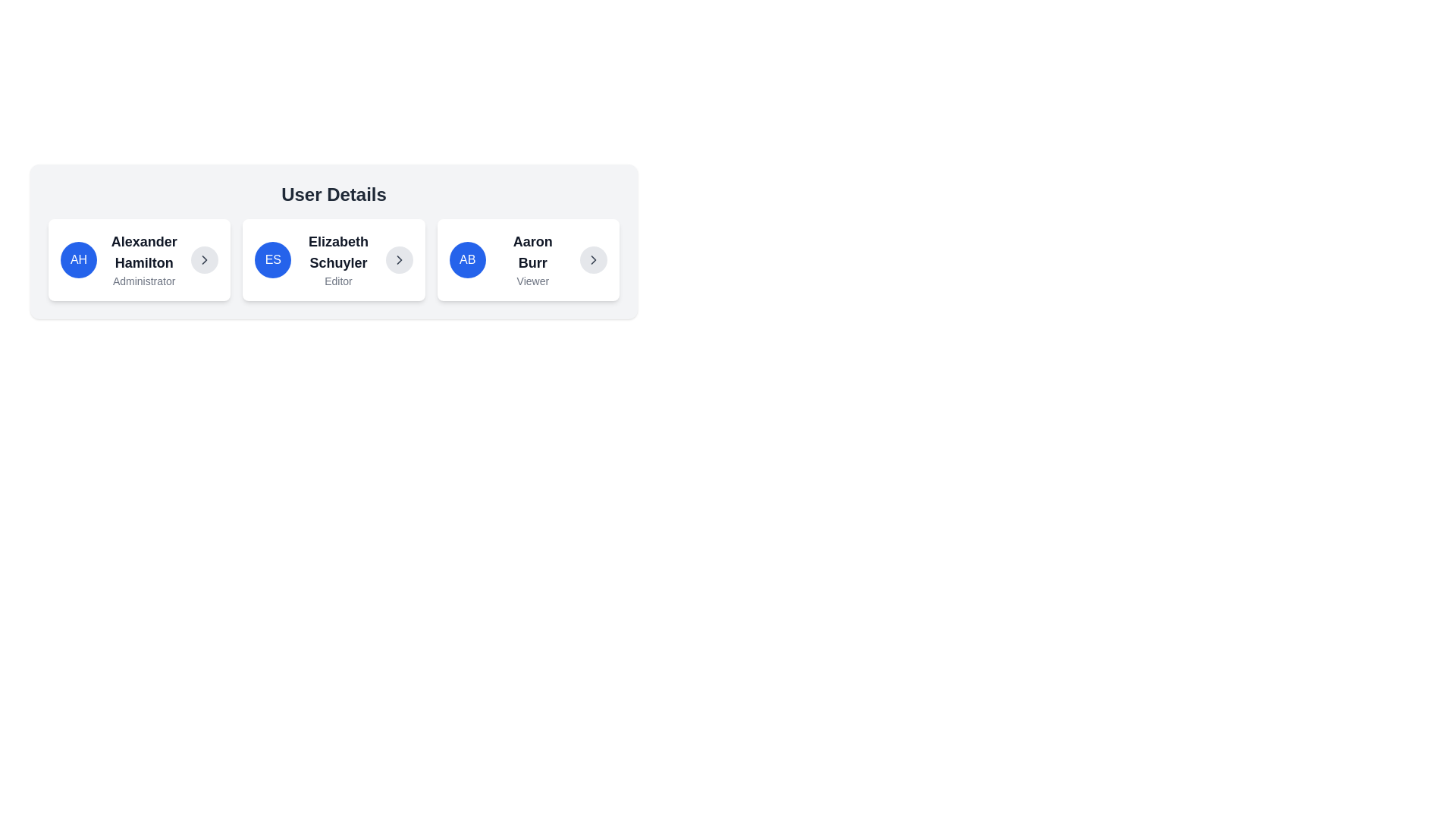  I want to click on the navigation button located in the top-right corner of the user card for 'Aaron Burr', so click(592, 259).